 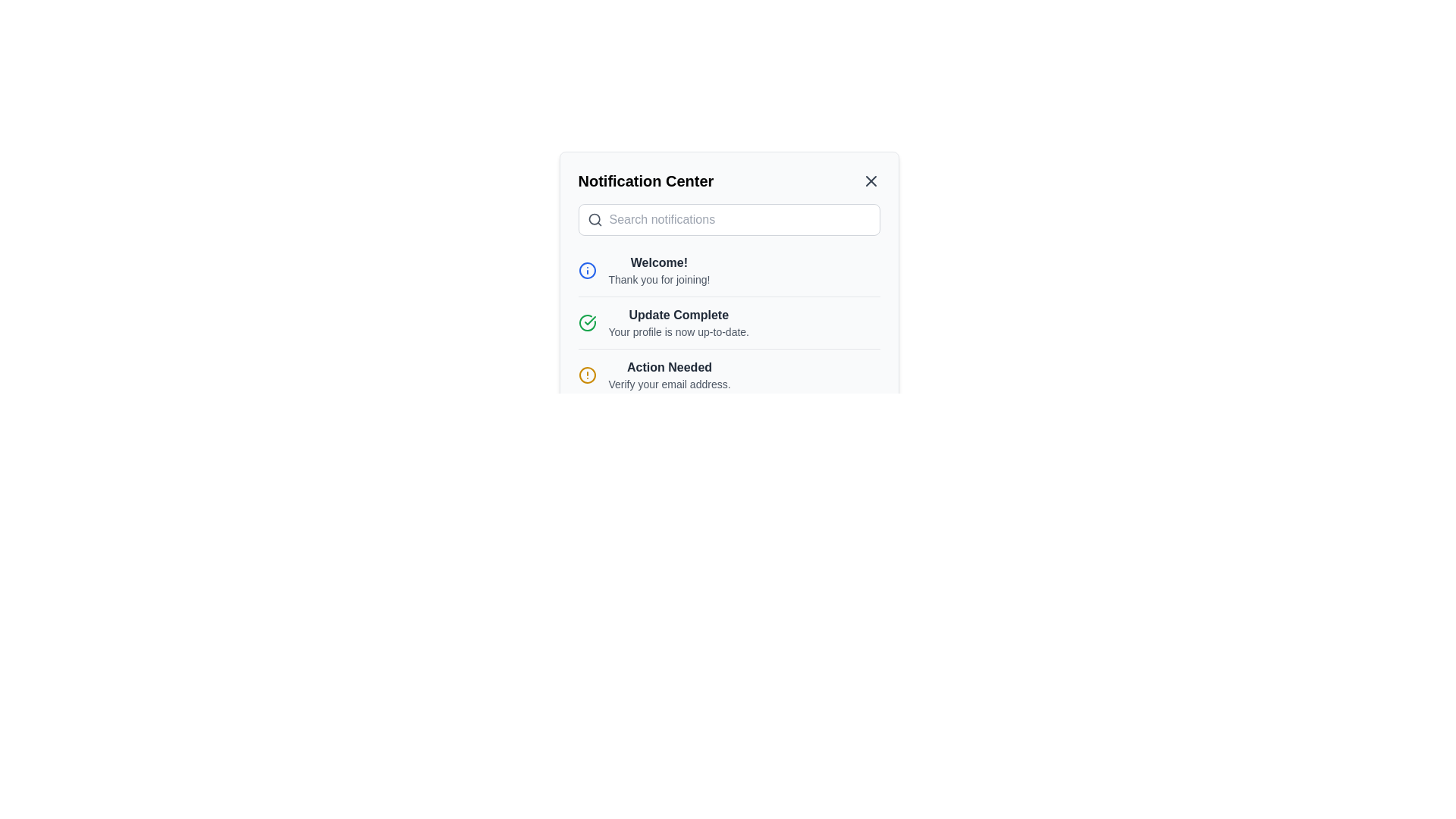 I want to click on the gray magnifying glass icon located to the left within the search bar area of the 'Notification Center' popup interface, so click(x=594, y=219).